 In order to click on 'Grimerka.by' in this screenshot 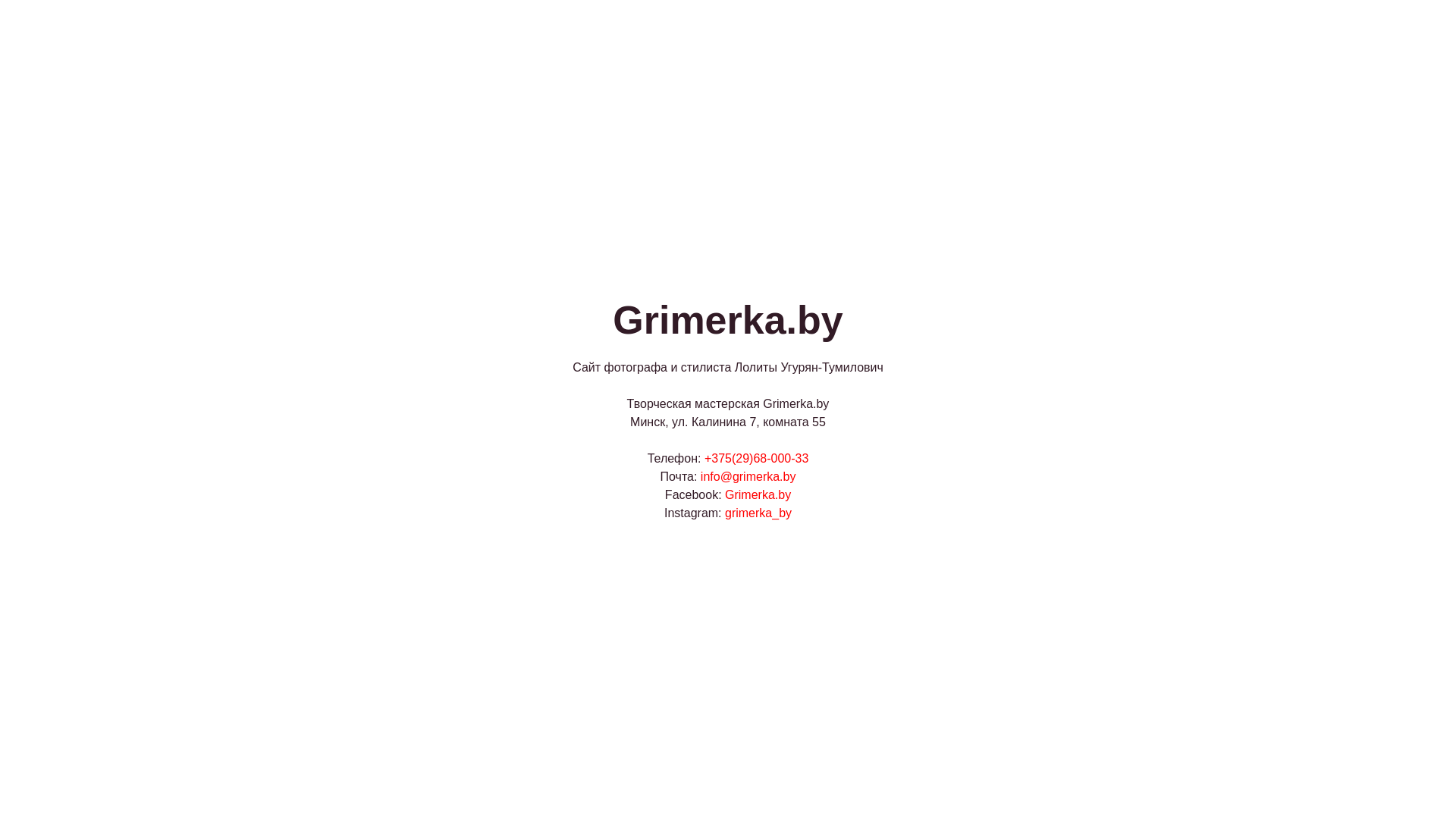, I will do `click(758, 494)`.